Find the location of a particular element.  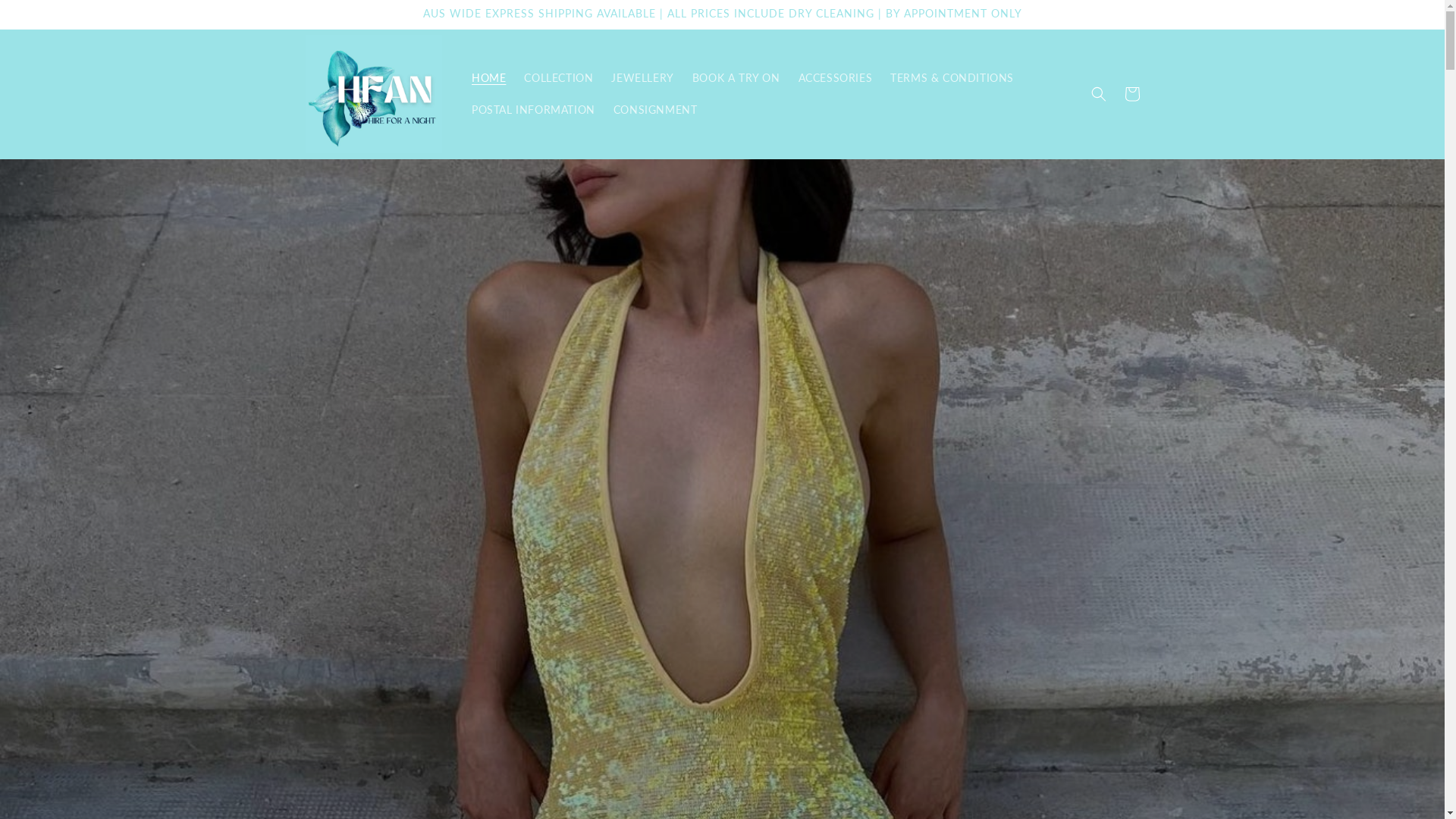

'TERMS & CONDITIONS' is located at coordinates (951, 78).